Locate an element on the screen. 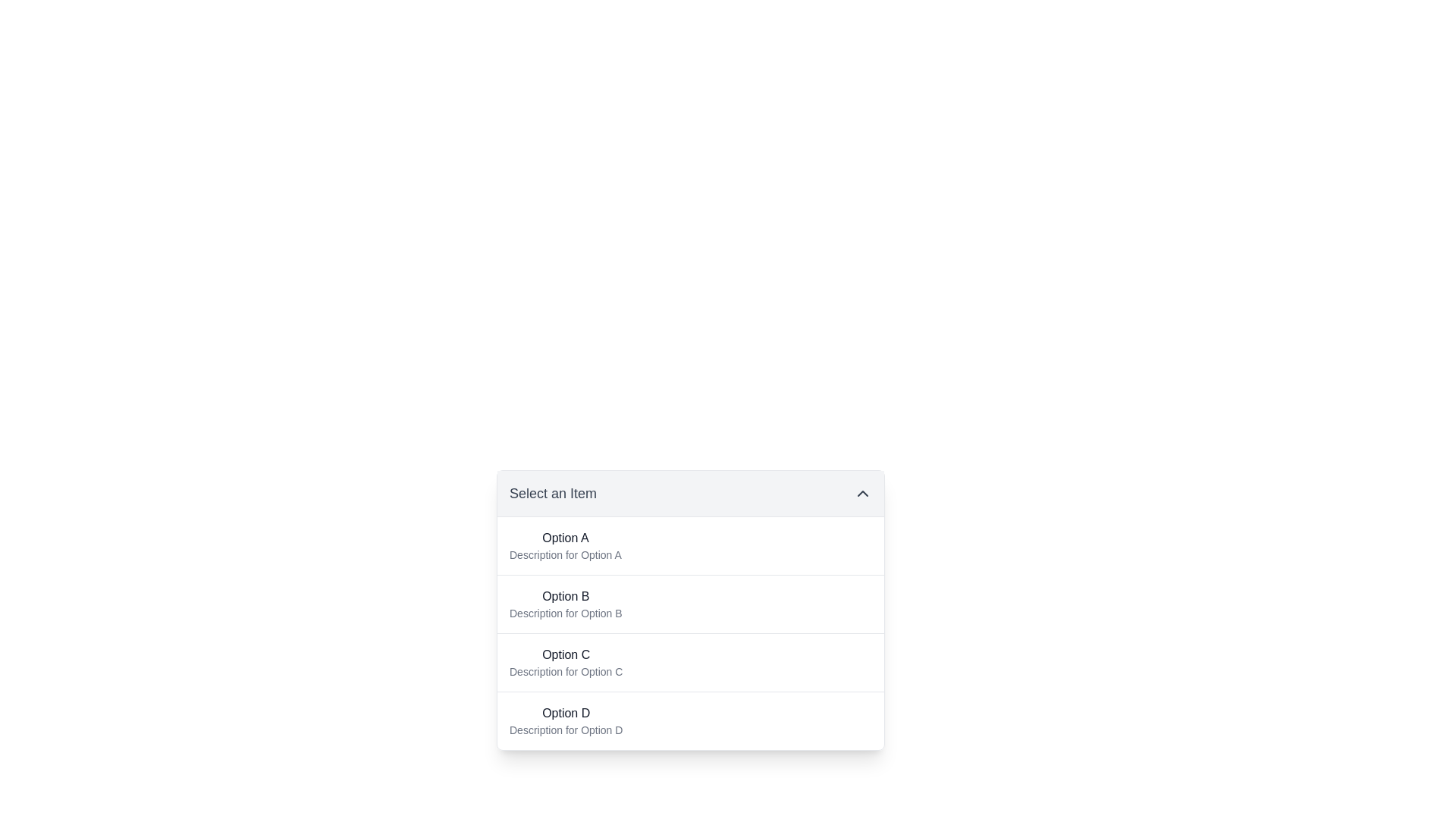 The height and width of the screenshot is (819, 1456). the List Item displaying 'Option B' is located at coordinates (565, 604).